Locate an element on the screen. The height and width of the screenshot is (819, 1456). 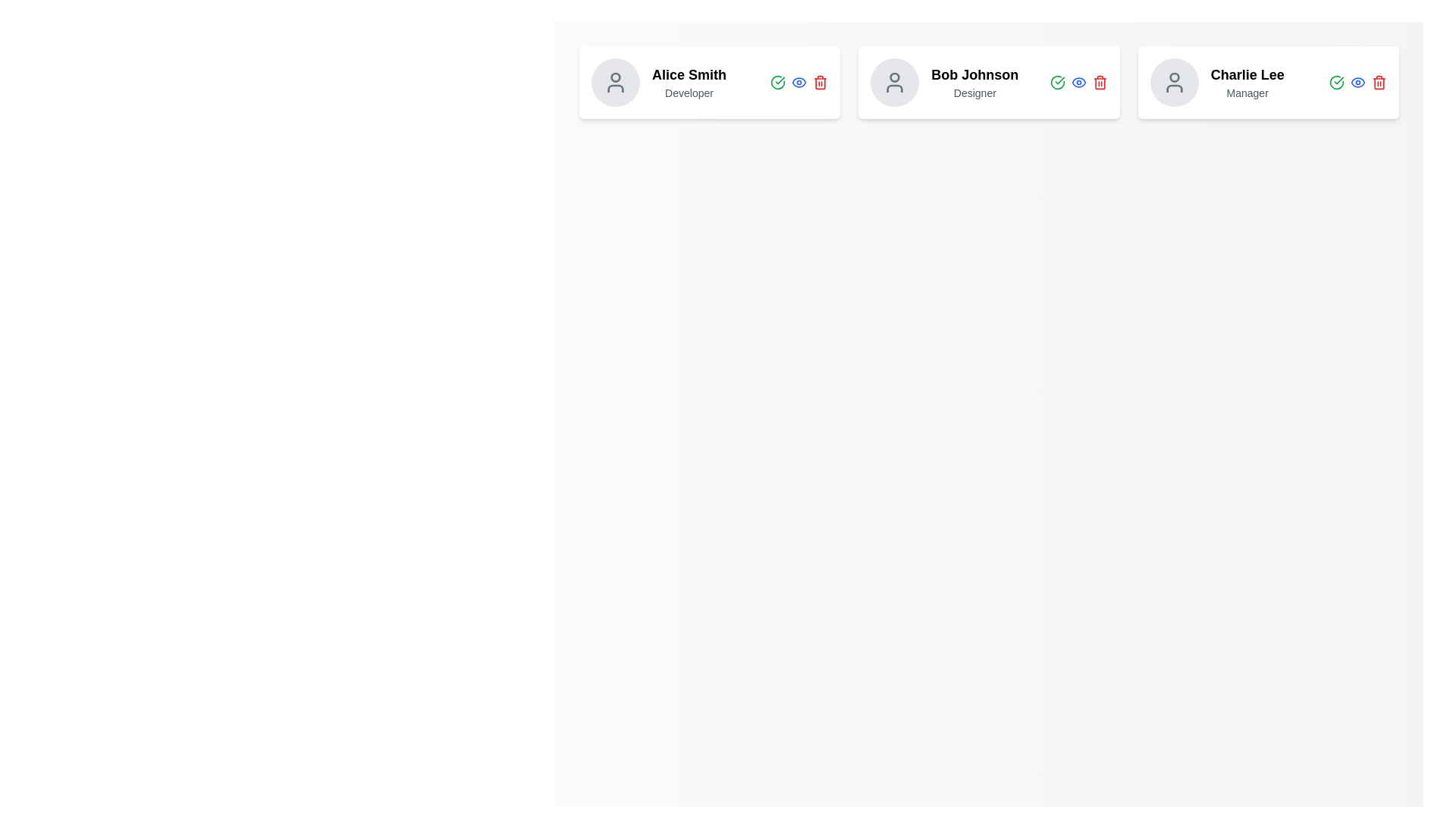
the confirmation icon button located in the profile card of Charlie Lee (labeled 'Manager') is located at coordinates (1336, 82).